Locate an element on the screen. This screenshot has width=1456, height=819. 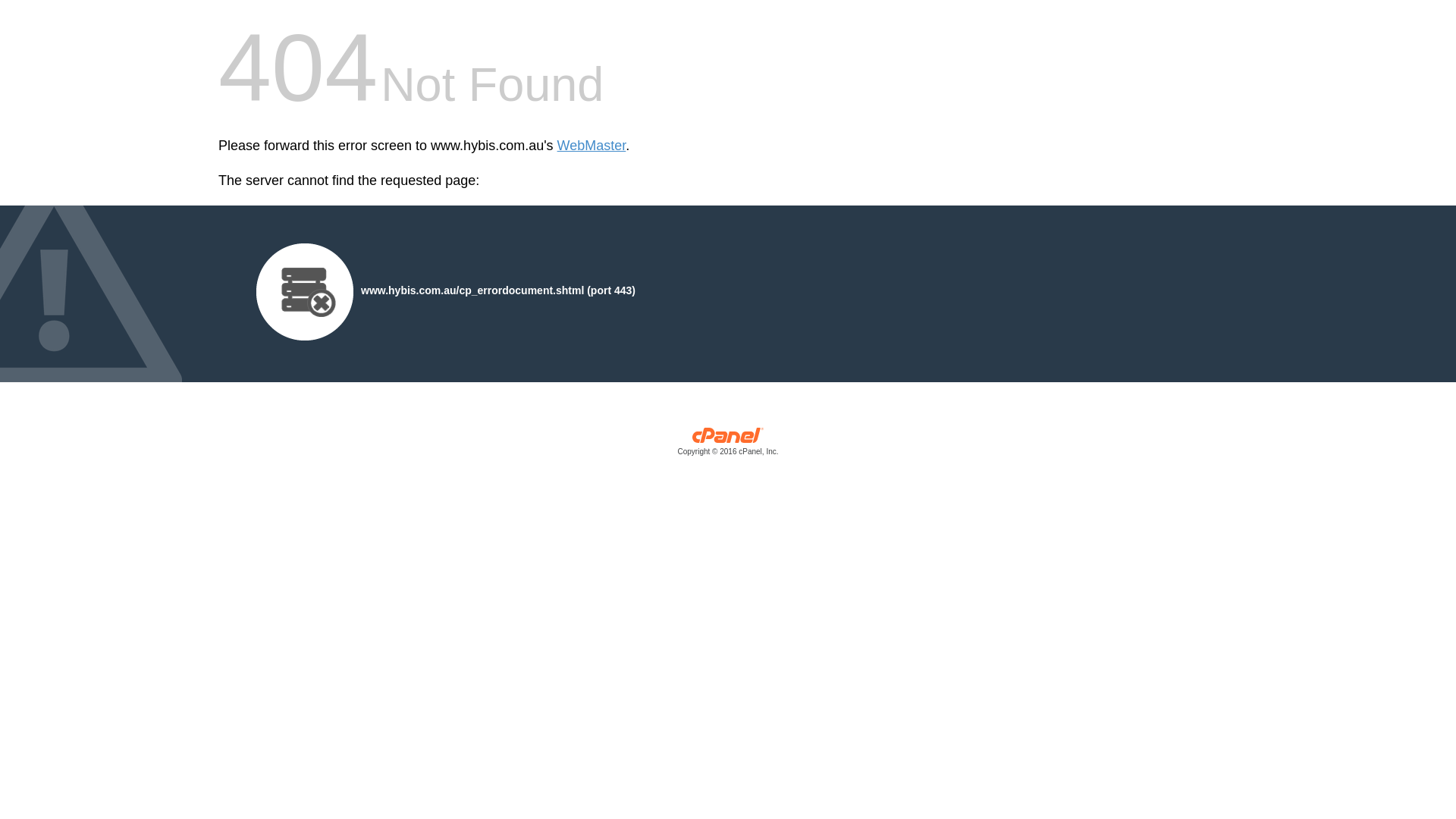
'WebMaster' is located at coordinates (591, 146).